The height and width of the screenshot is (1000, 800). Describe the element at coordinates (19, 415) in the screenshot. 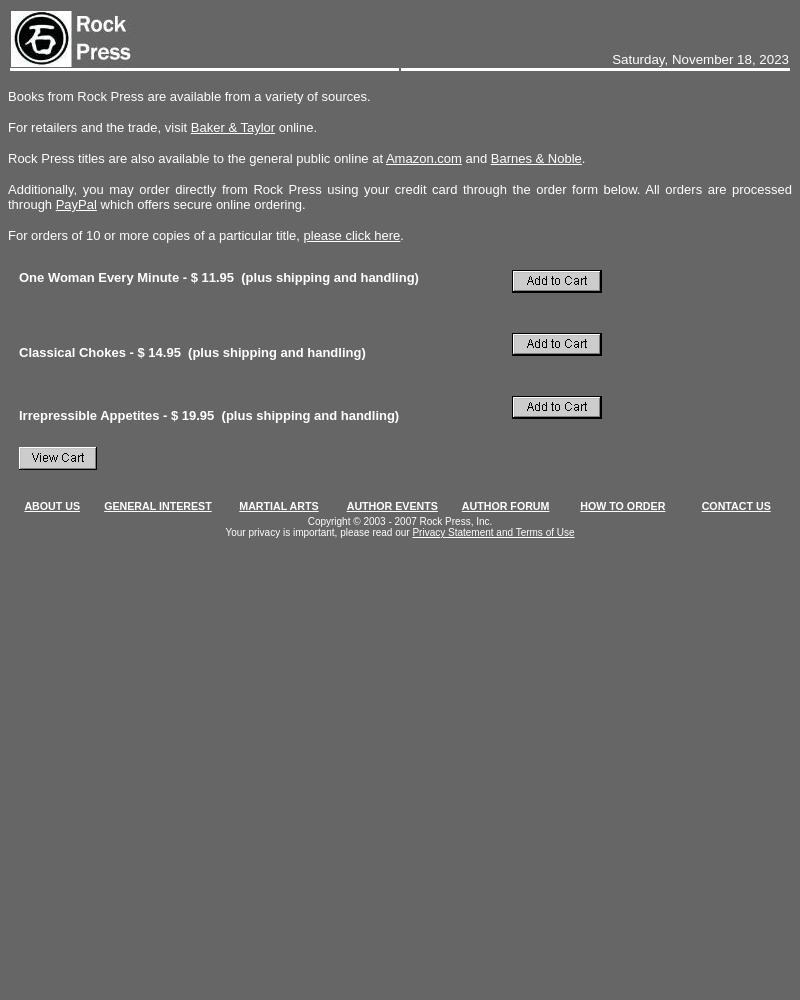

I see `'Irrepressible Appetites - $
        19.95  (plus shipping and handling)'` at that location.